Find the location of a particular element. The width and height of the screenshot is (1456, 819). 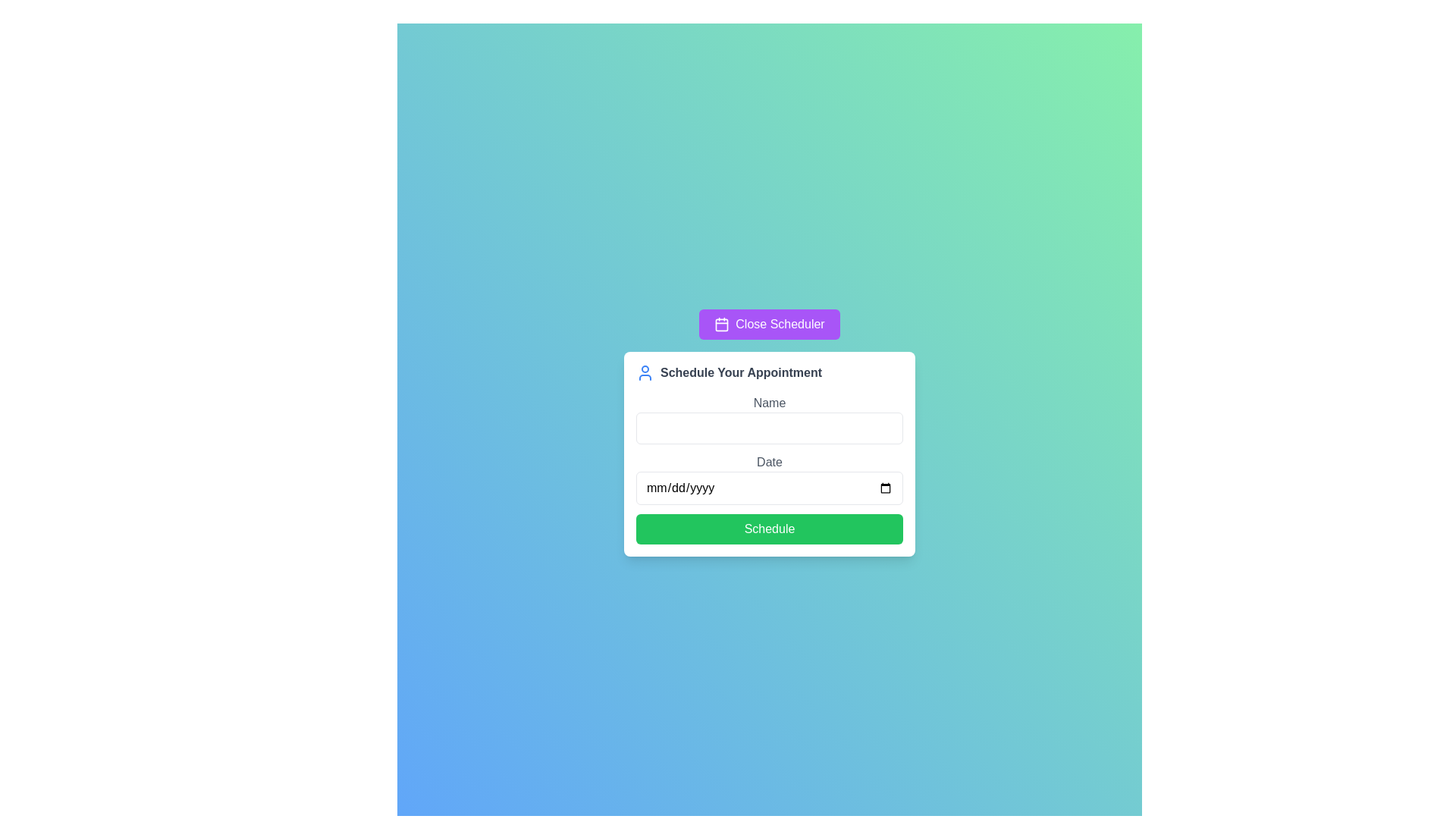

the green button labeled 'Schedule' at the bottom of the form in the modal interface to observe the hover effect is located at coordinates (769, 529).